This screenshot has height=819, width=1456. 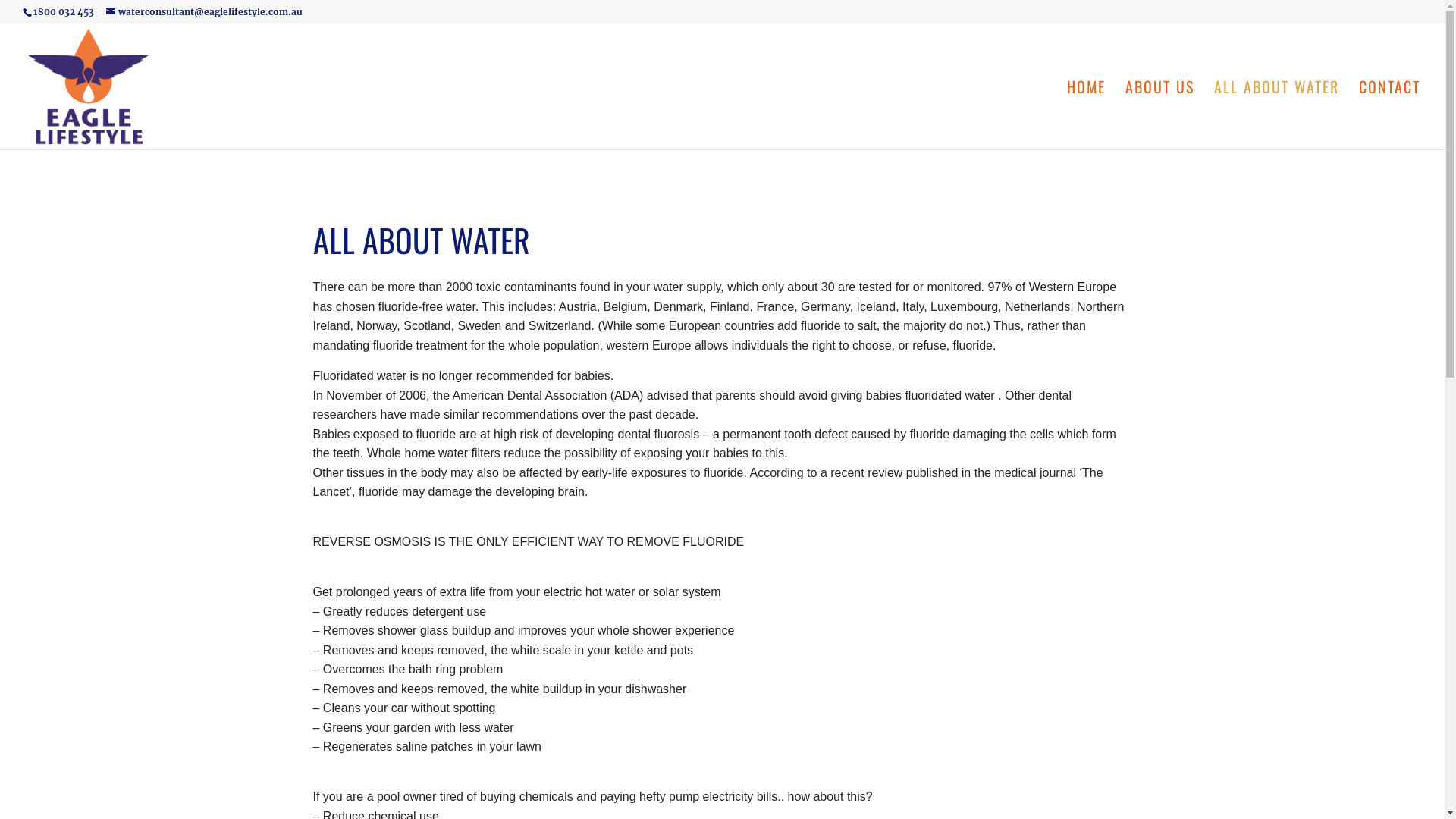 I want to click on 'ALL ABOUT WATER', so click(x=1276, y=114).